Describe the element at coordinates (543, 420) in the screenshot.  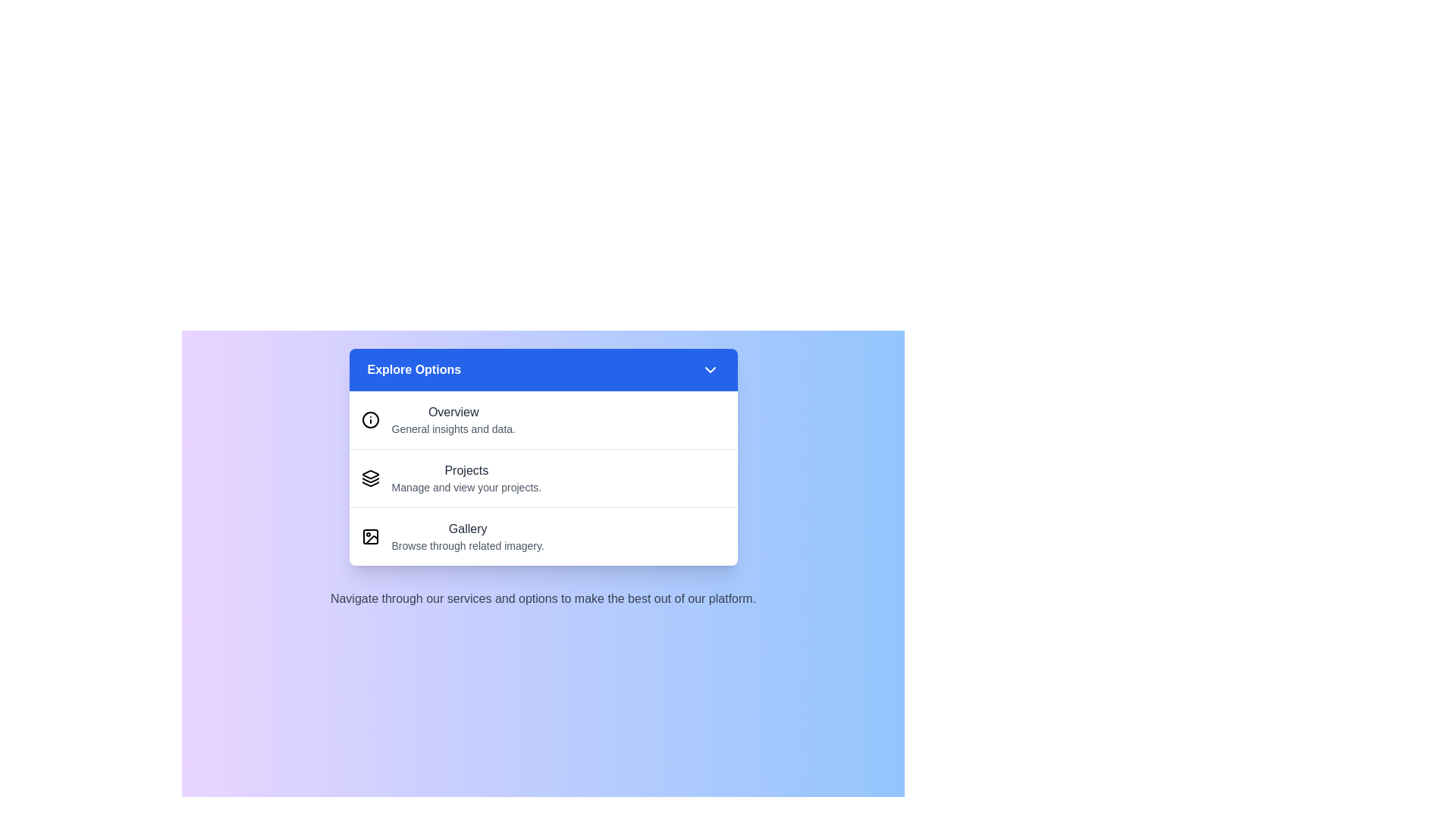
I see `the menu item labeled Overview to highlight it` at that location.